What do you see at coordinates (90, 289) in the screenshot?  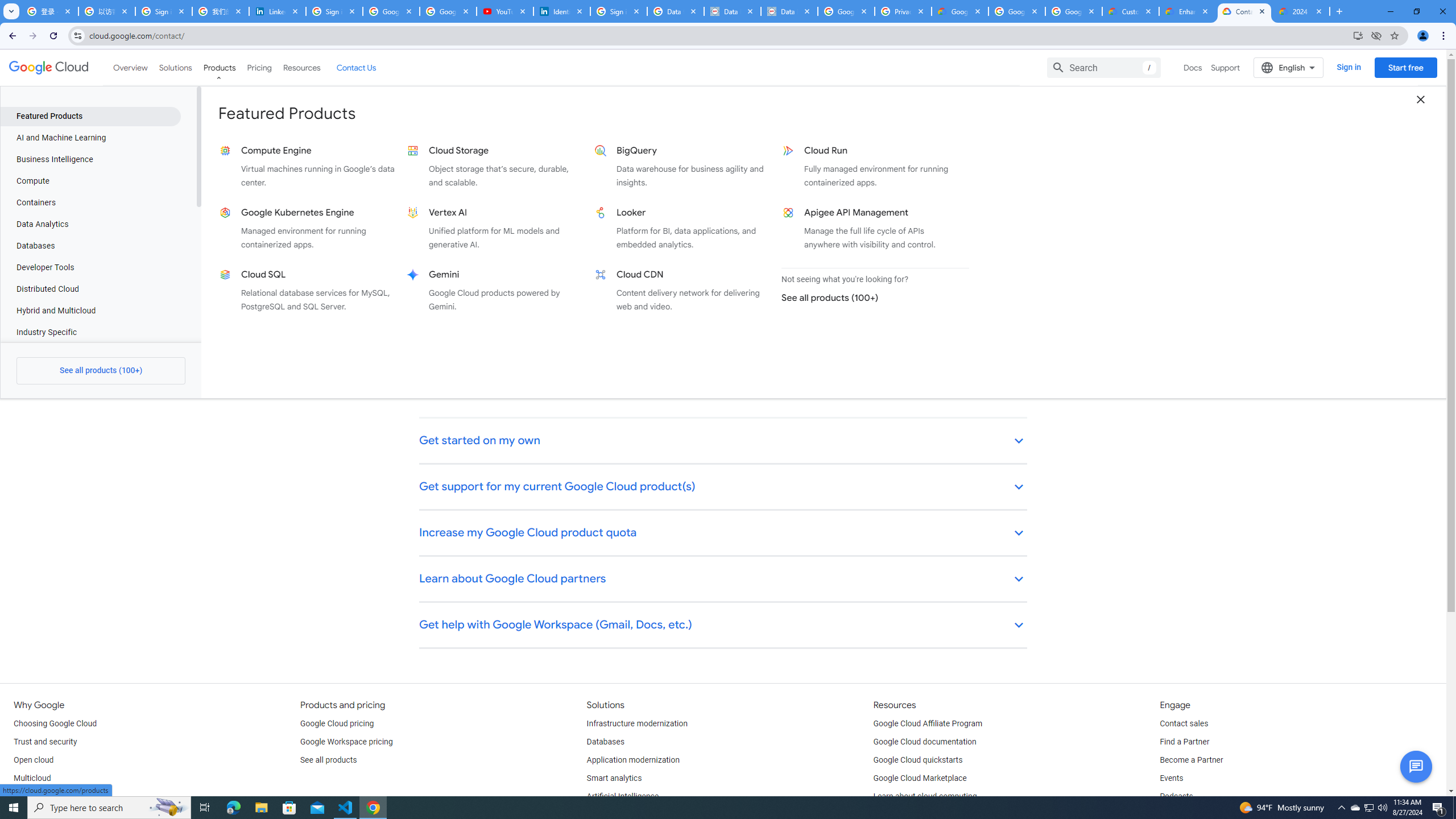 I see `'Distributed Cloud'` at bounding box center [90, 289].